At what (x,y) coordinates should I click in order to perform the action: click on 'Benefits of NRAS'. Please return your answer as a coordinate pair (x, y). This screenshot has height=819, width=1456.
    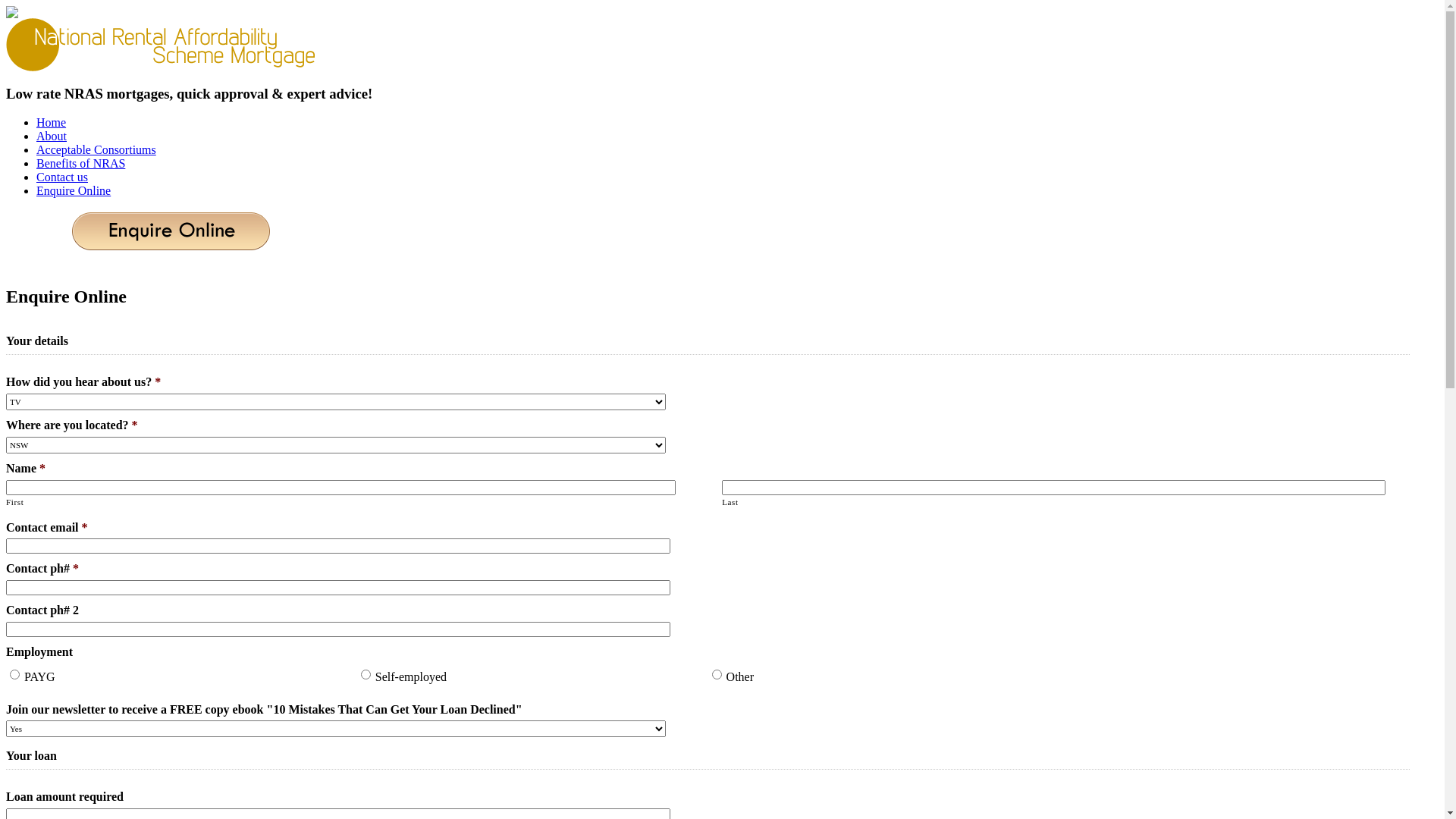
    Looking at the image, I should click on (80, 163).